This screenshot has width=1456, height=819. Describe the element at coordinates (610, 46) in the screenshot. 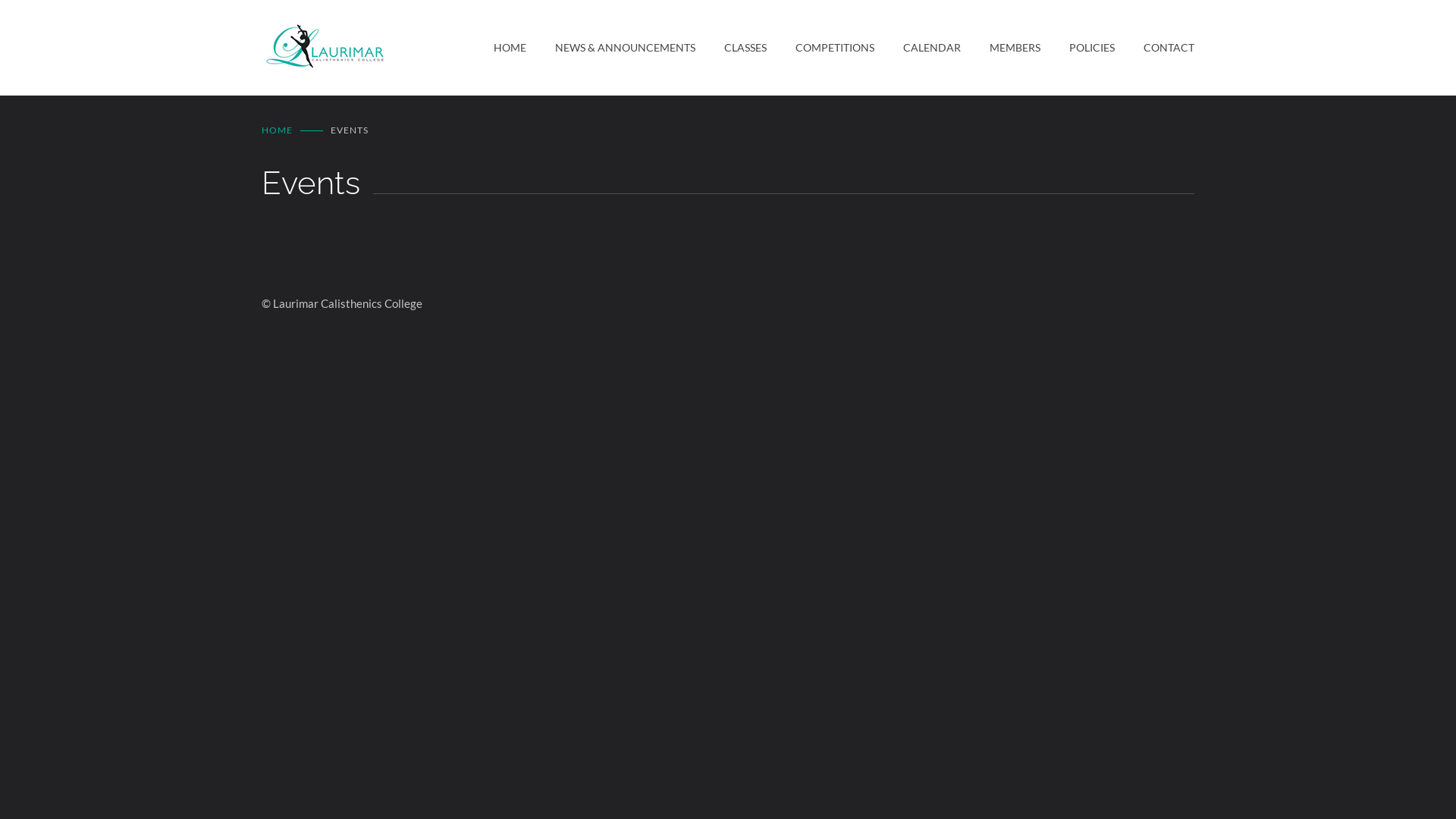

I see `'NEWS & ANNOUNCEMENTS'` at that location.